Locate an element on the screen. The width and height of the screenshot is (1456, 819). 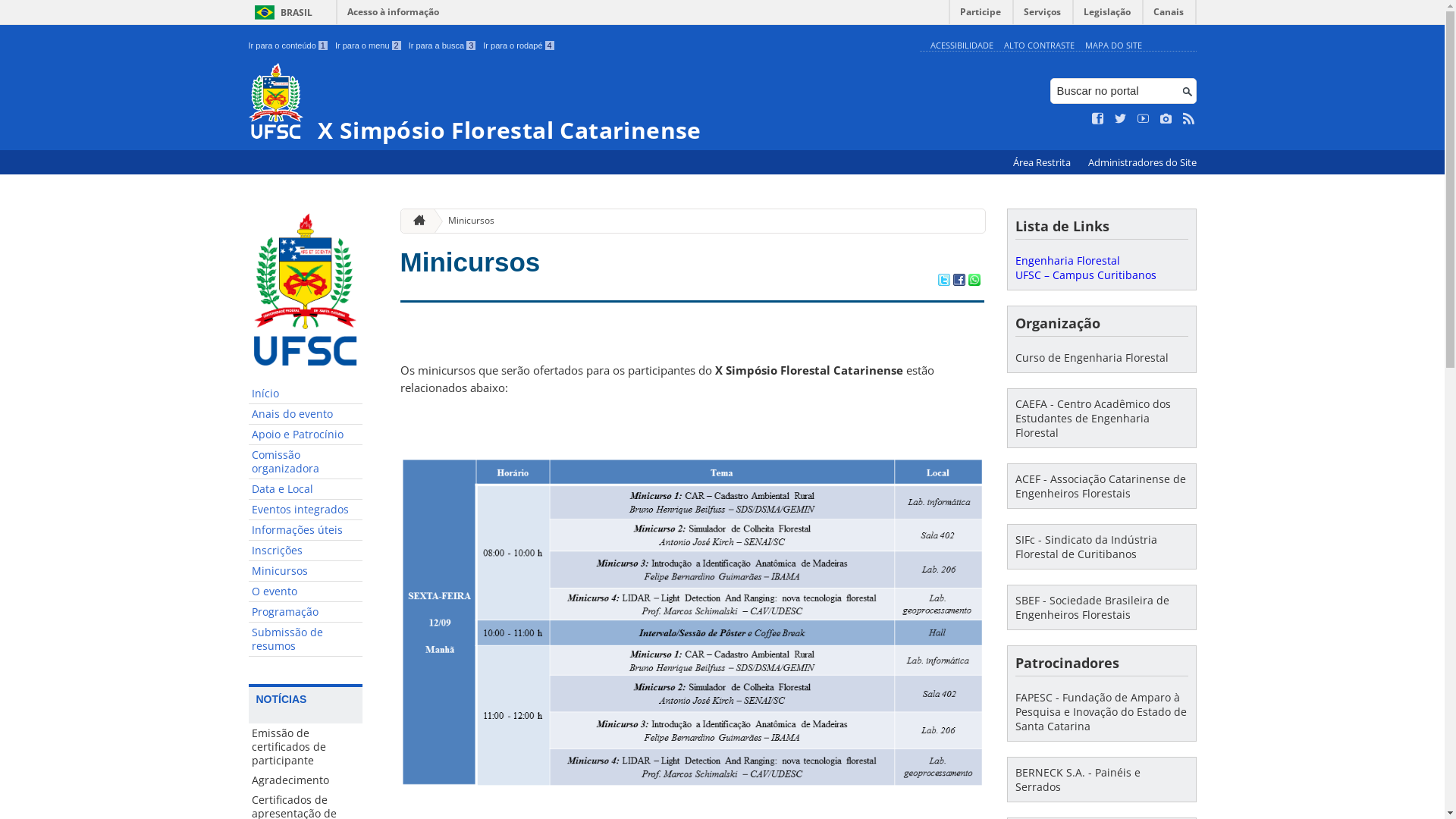
'Compartilhar no WhatsApp' is located at coordinates (973, 281).